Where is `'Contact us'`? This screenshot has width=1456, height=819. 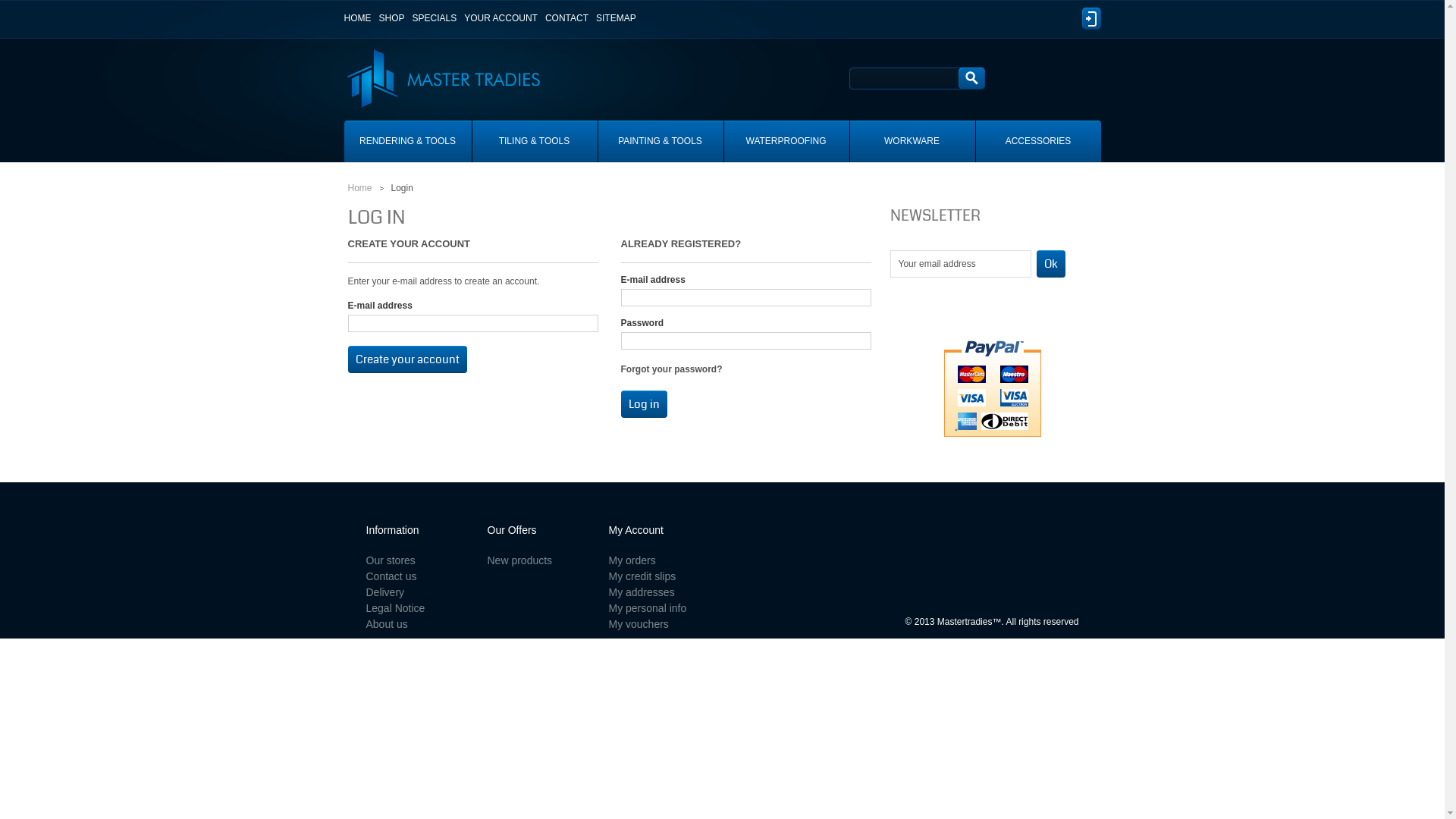
'Contact us' is located at coordinates (391, 576).